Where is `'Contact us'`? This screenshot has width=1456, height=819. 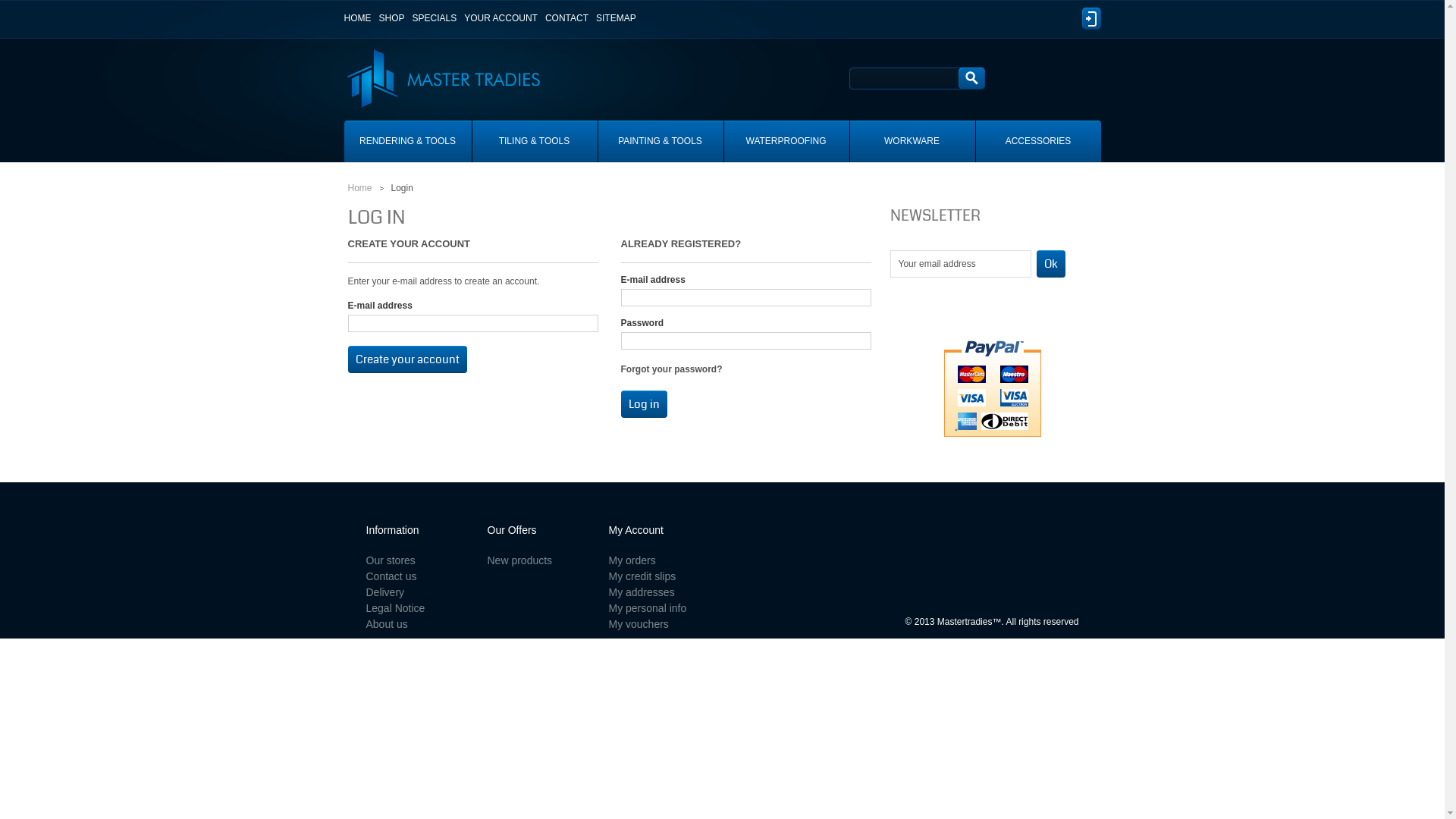
'Contact us' is located at coordinates (391, 576).